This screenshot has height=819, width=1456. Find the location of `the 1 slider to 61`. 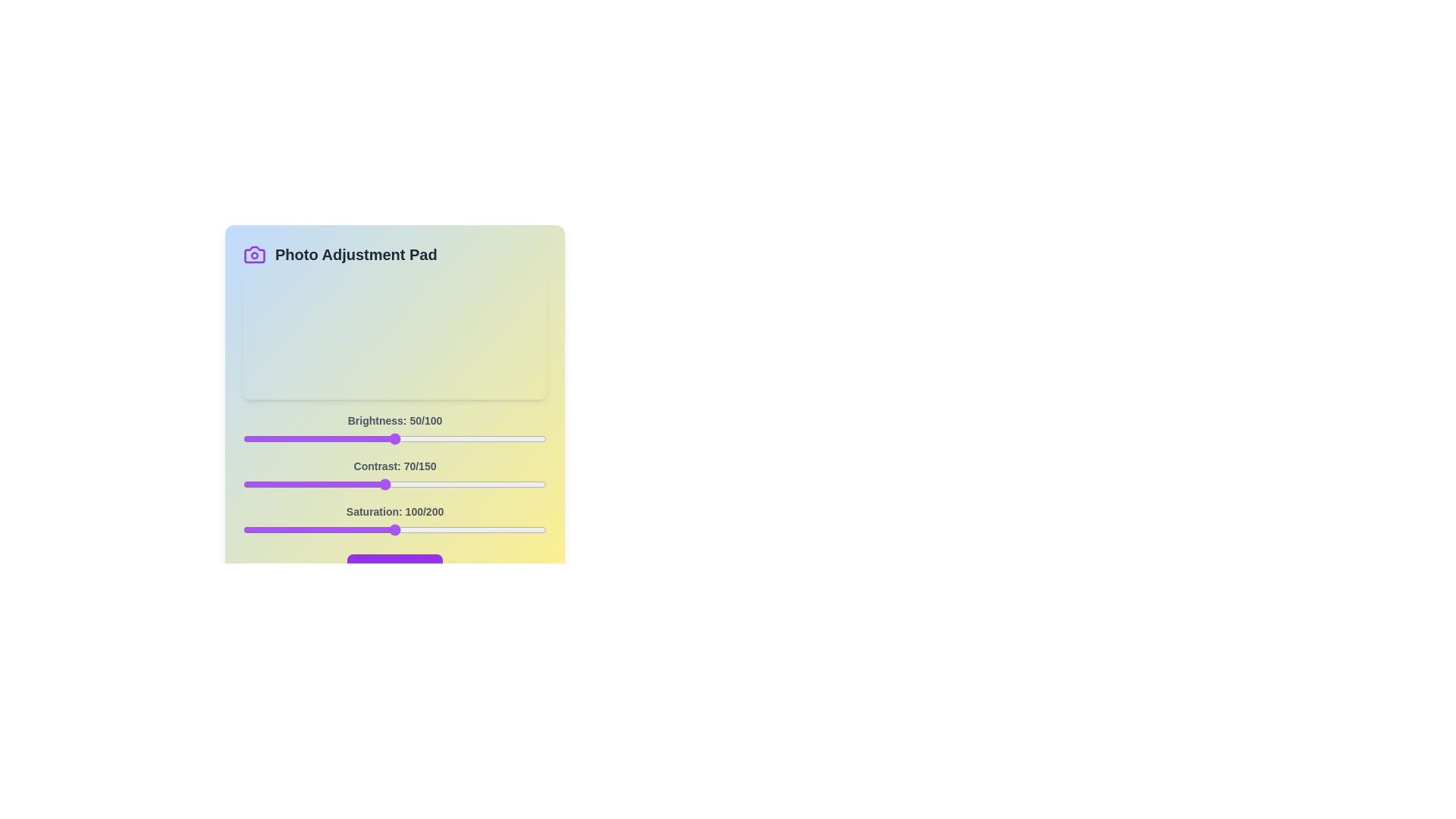

the 1 slider to 61 is located at coordinates (366, 485).